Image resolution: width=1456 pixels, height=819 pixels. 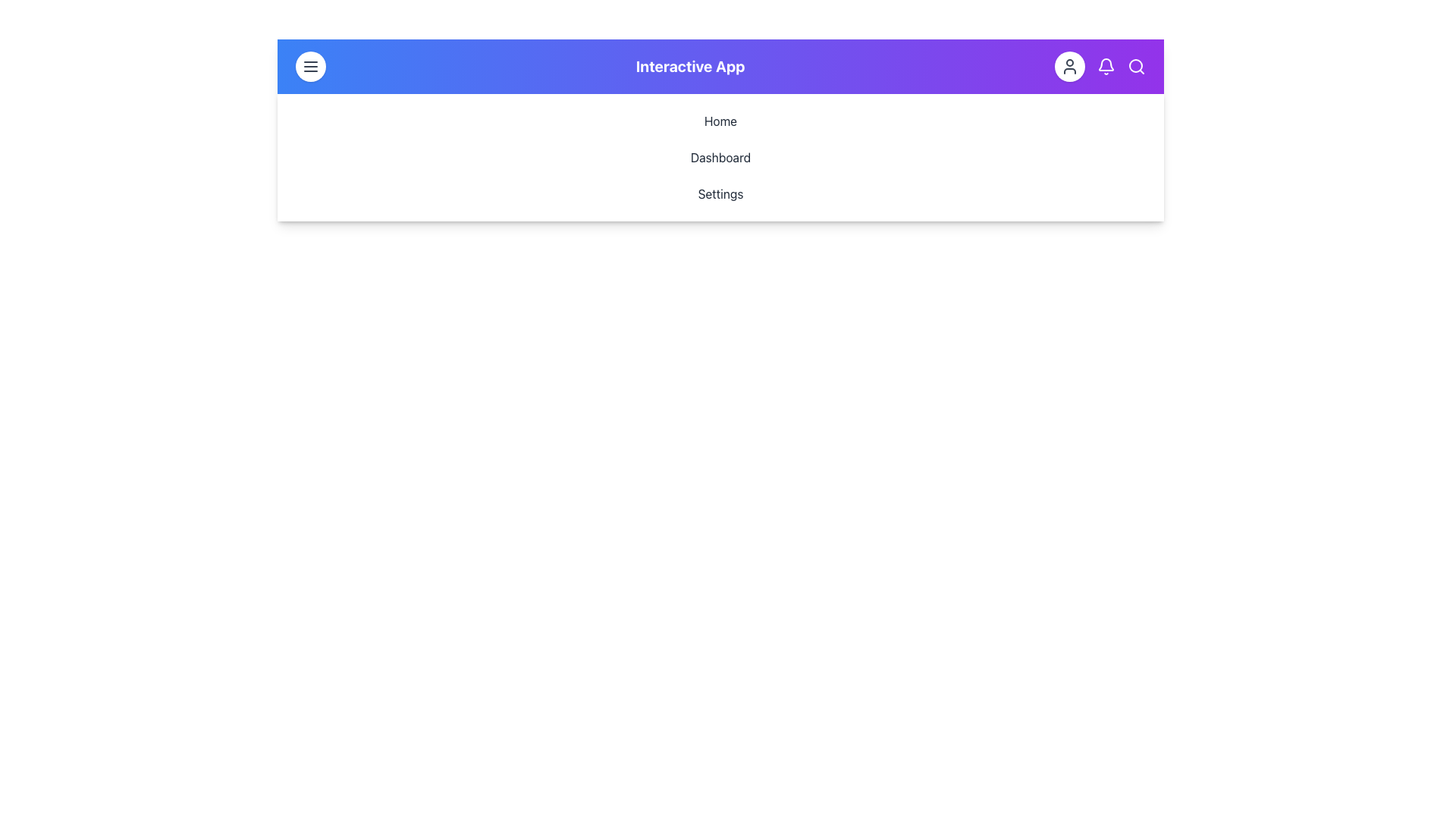 What do you see at coordinates (1106, 66) in the screenshot?
I see `the notification bell icon located in the top-right corner of the navigation bar to check notifications` at bounding box center [1106, 66].